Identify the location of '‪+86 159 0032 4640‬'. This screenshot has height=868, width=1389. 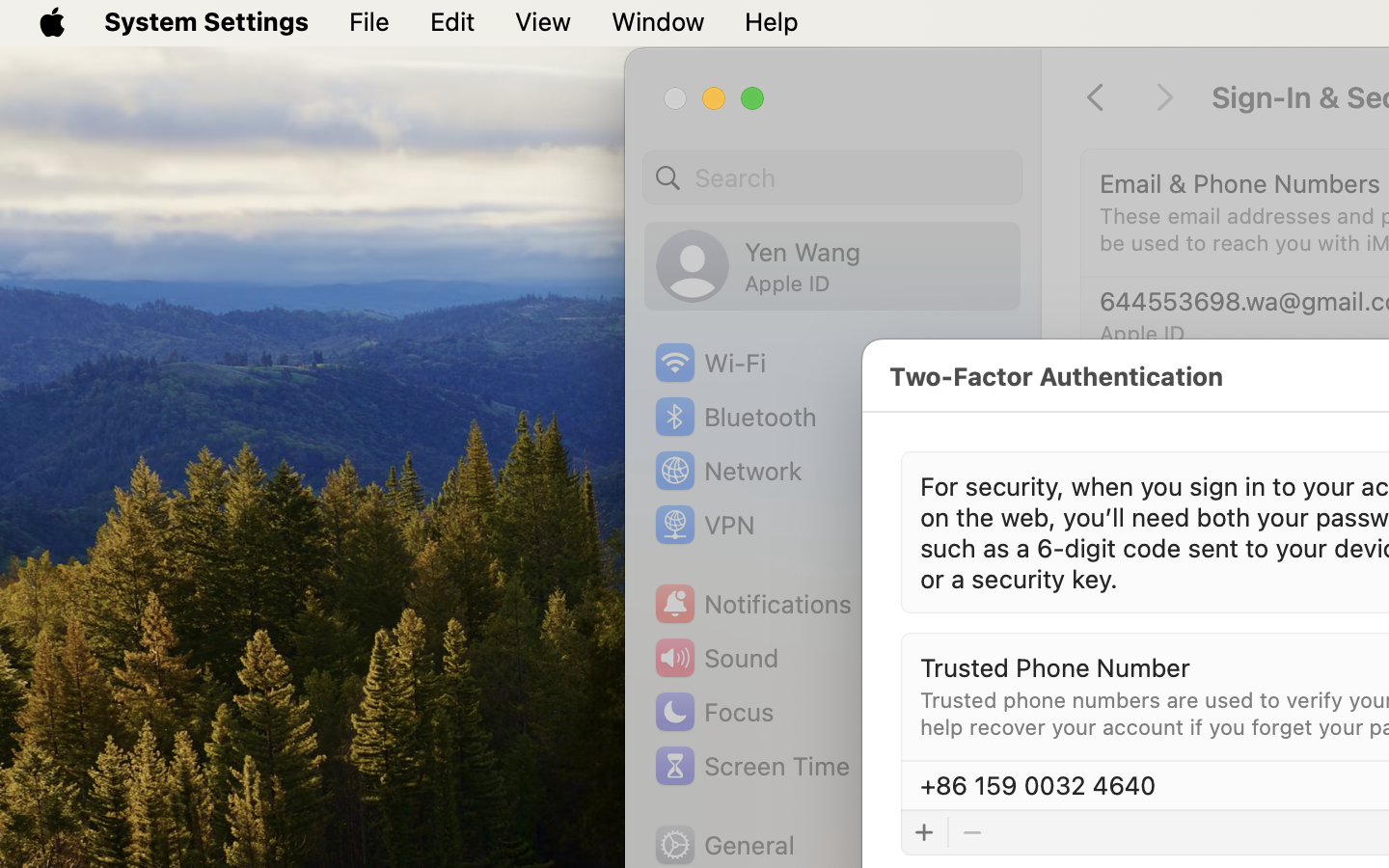
(1037, 784).